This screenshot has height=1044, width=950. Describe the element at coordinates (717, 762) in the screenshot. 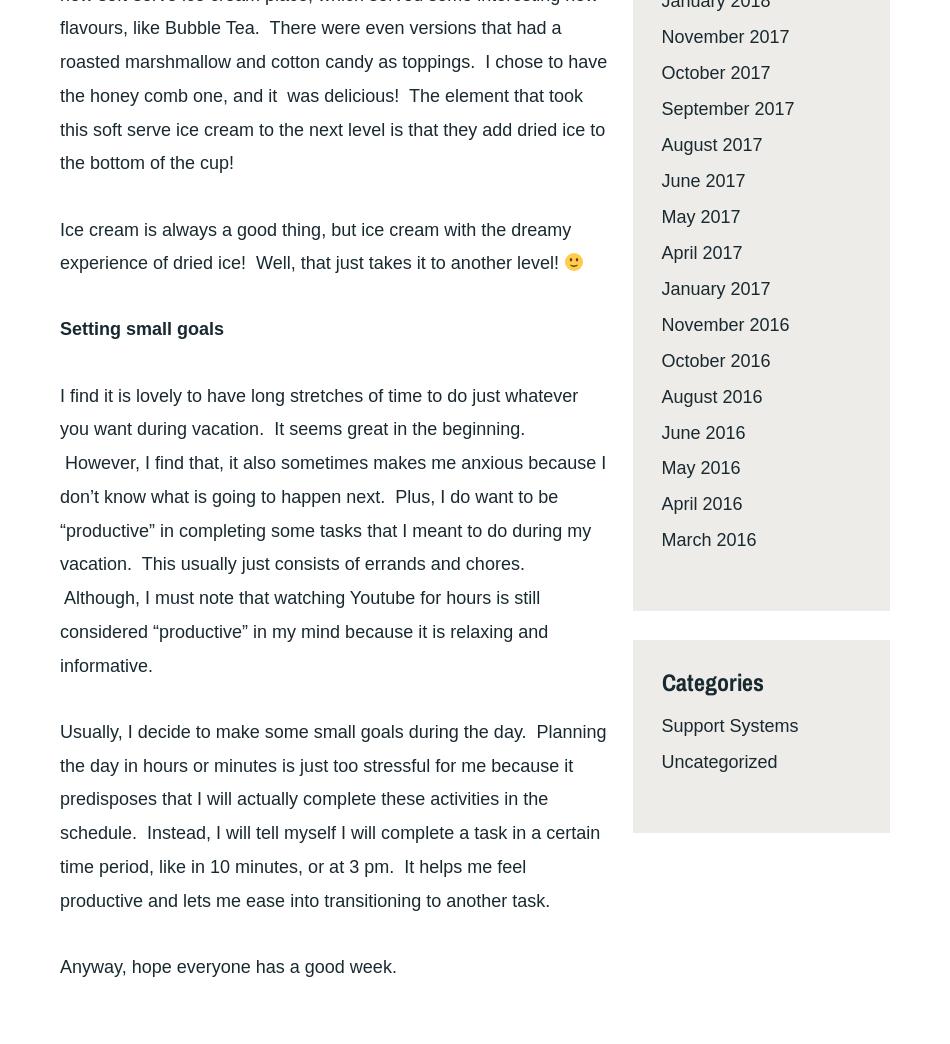

I see `'Uncategorized'` at that location.